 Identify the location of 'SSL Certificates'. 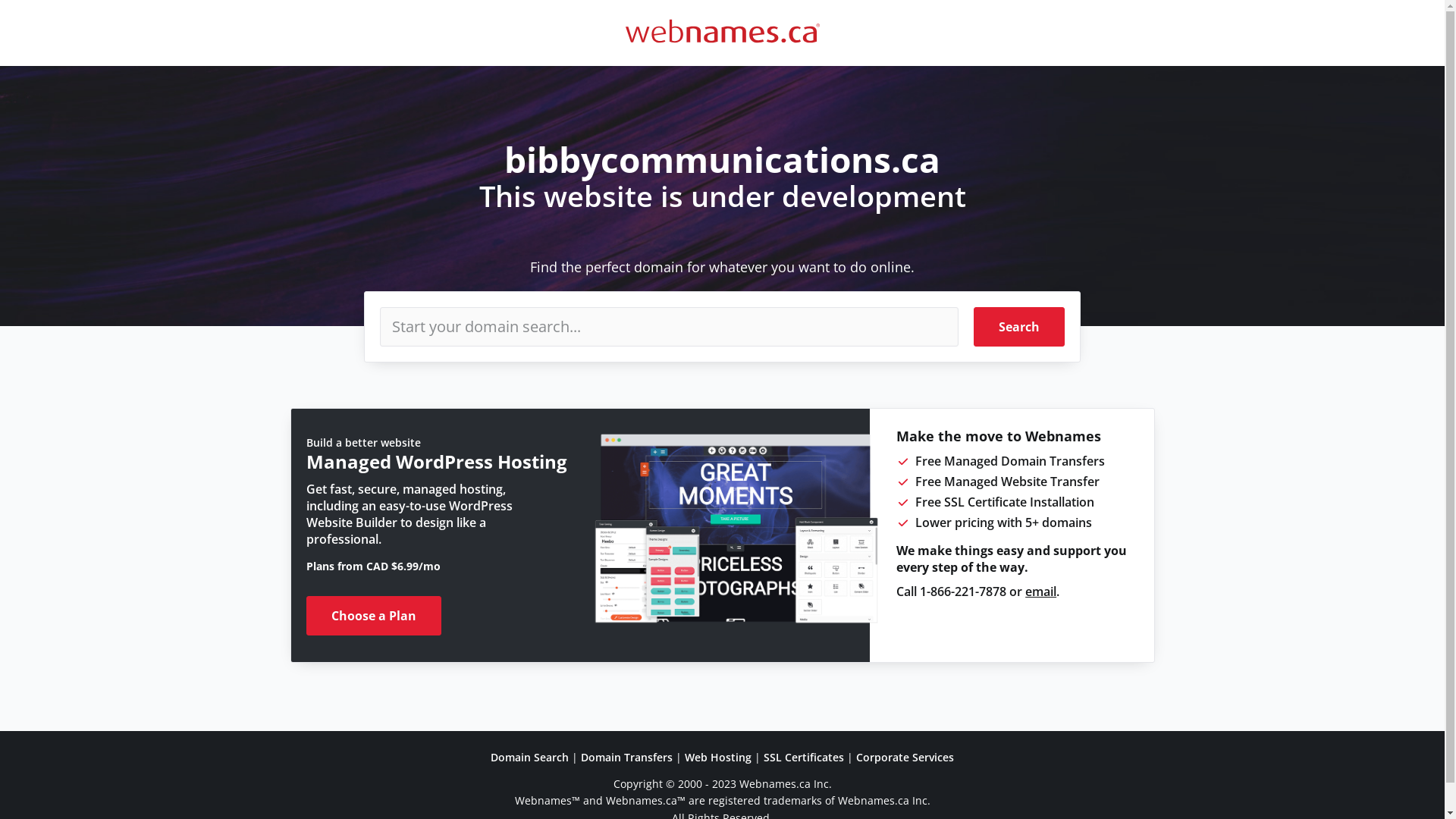
(803, 757).